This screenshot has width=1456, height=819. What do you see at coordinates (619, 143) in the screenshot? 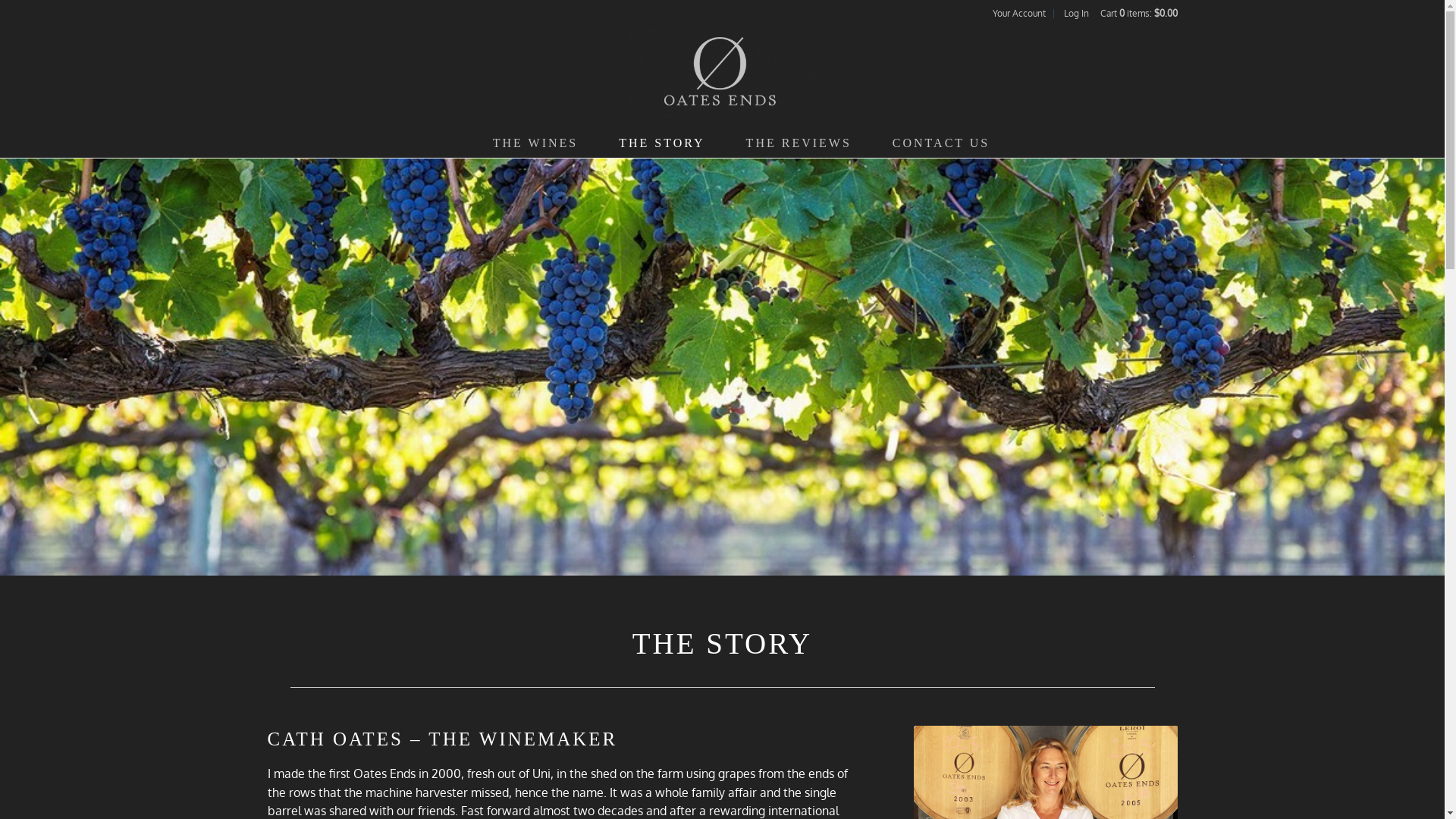
I see `'THE STORY'` at bounding box center [619, 143].